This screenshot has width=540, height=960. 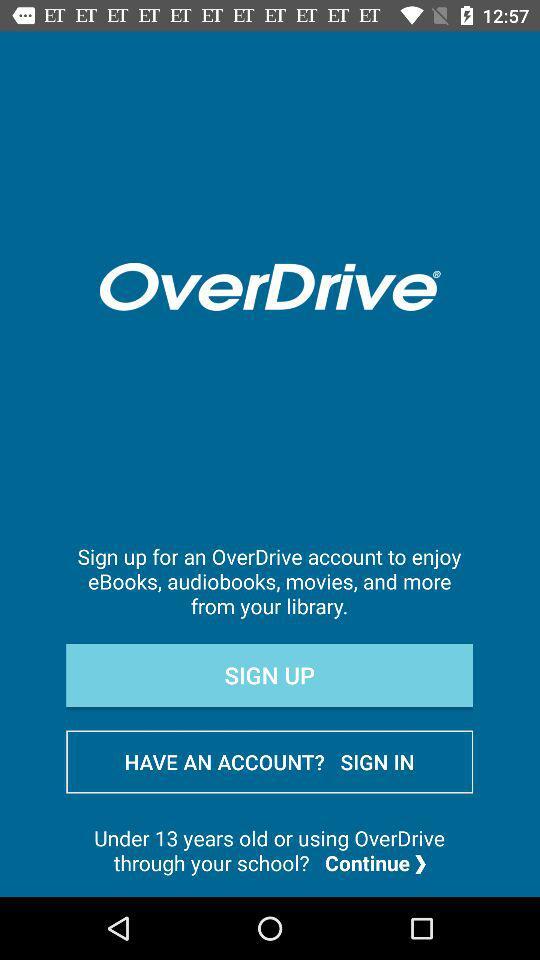 What do you see at coordinates (269, 849) in the screenshot?
I see `the item below the have an account item` at bounding box center [269, 849].